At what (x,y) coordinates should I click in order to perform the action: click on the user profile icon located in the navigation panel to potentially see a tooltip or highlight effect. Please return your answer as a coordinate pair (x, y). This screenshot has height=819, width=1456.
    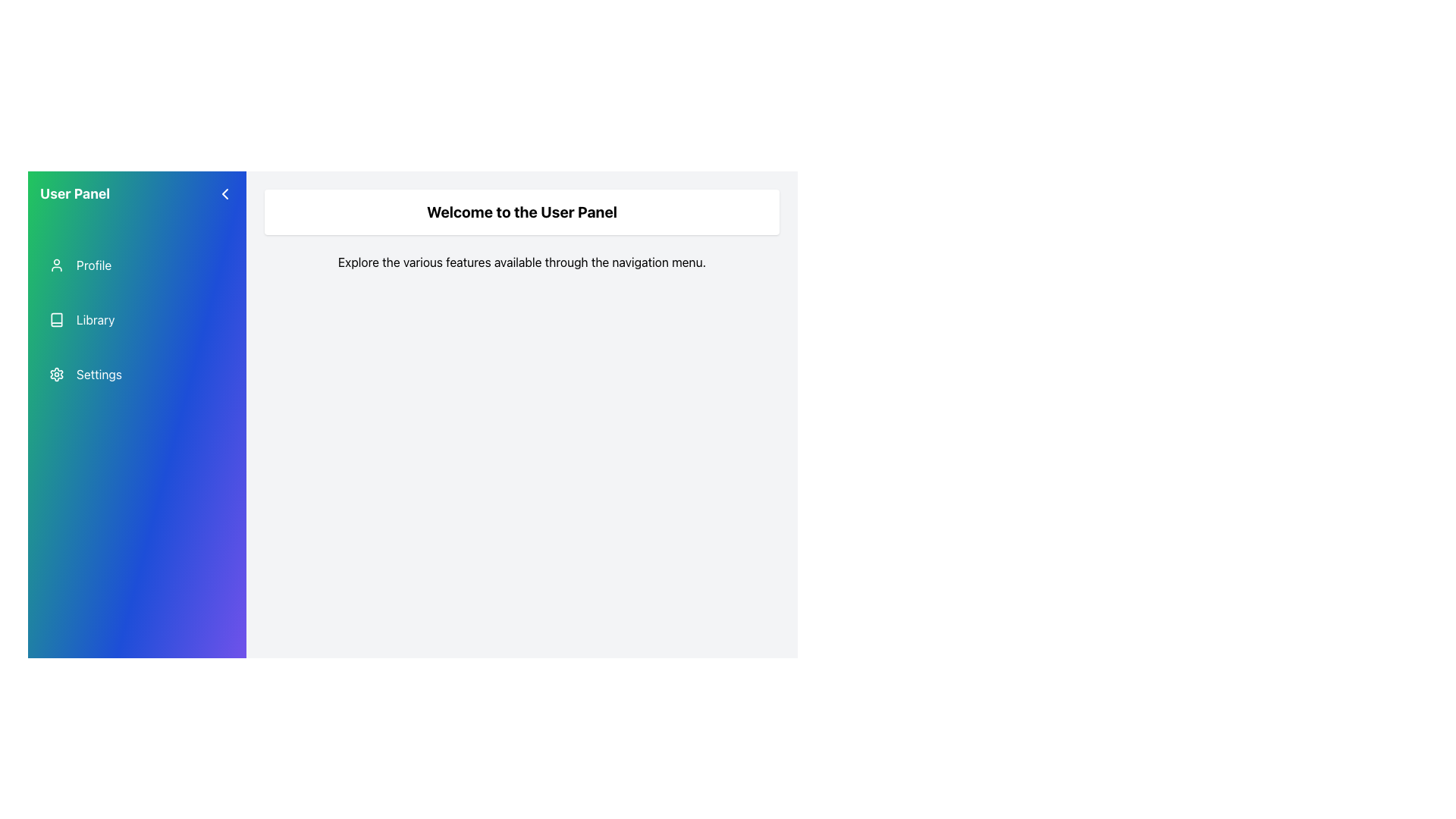
    Looking at the image, I should click on (57, 265).